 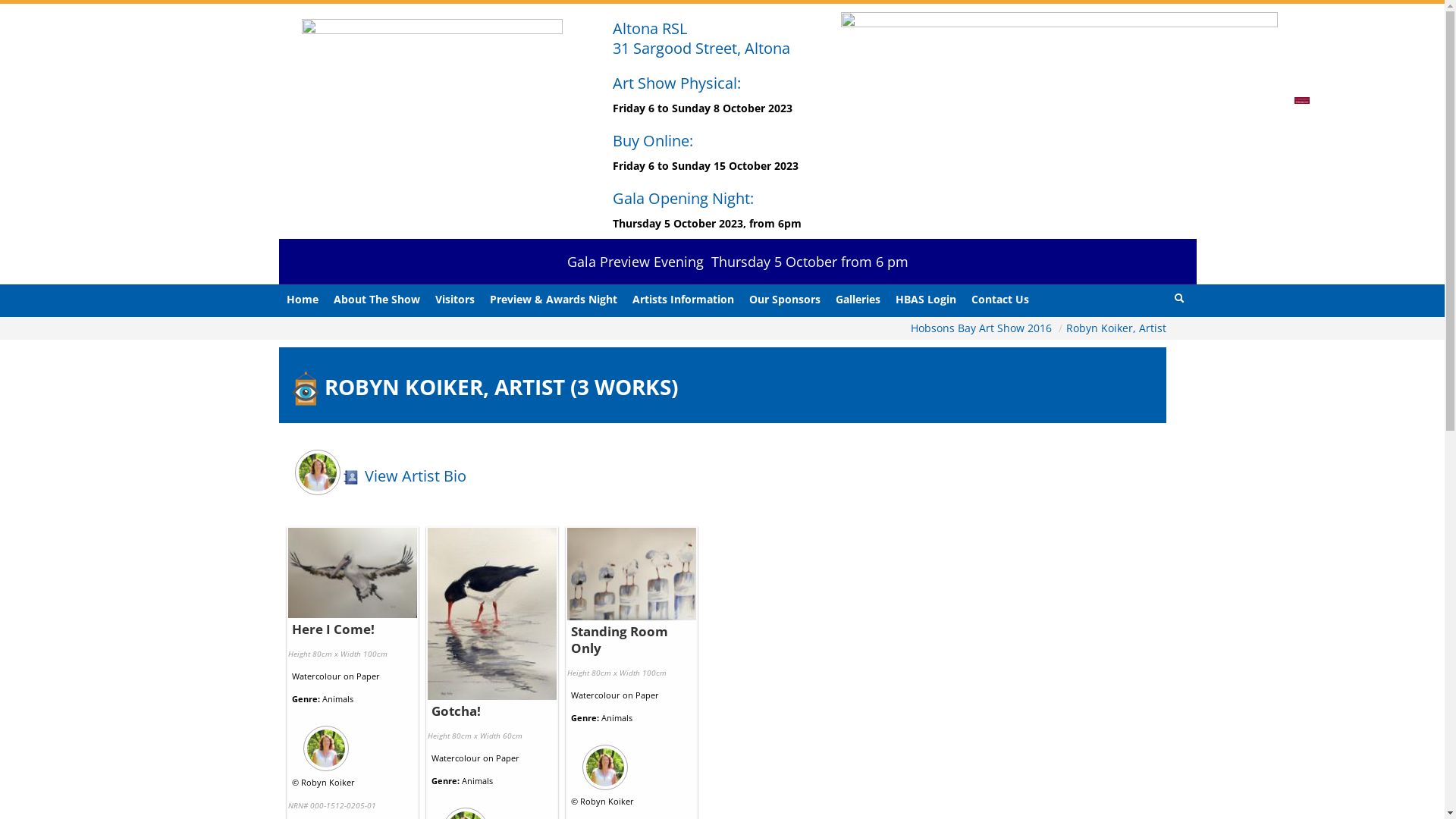 I want to click on 'Preview & Awards Night', so click(x=552, y=299).